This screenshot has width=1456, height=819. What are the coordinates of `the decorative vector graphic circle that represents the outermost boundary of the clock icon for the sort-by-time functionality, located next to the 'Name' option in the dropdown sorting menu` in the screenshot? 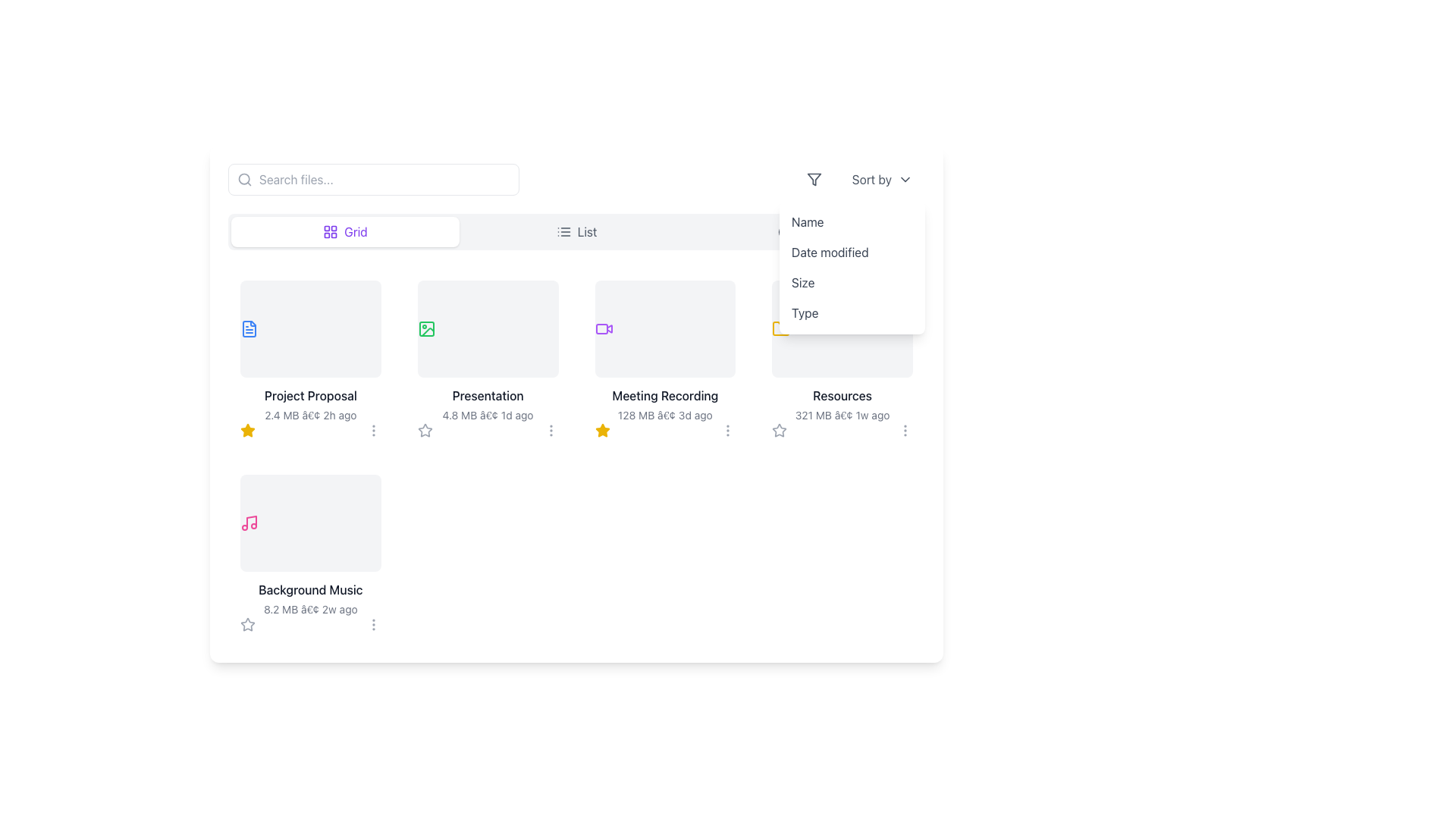 It's located at (786, 231).